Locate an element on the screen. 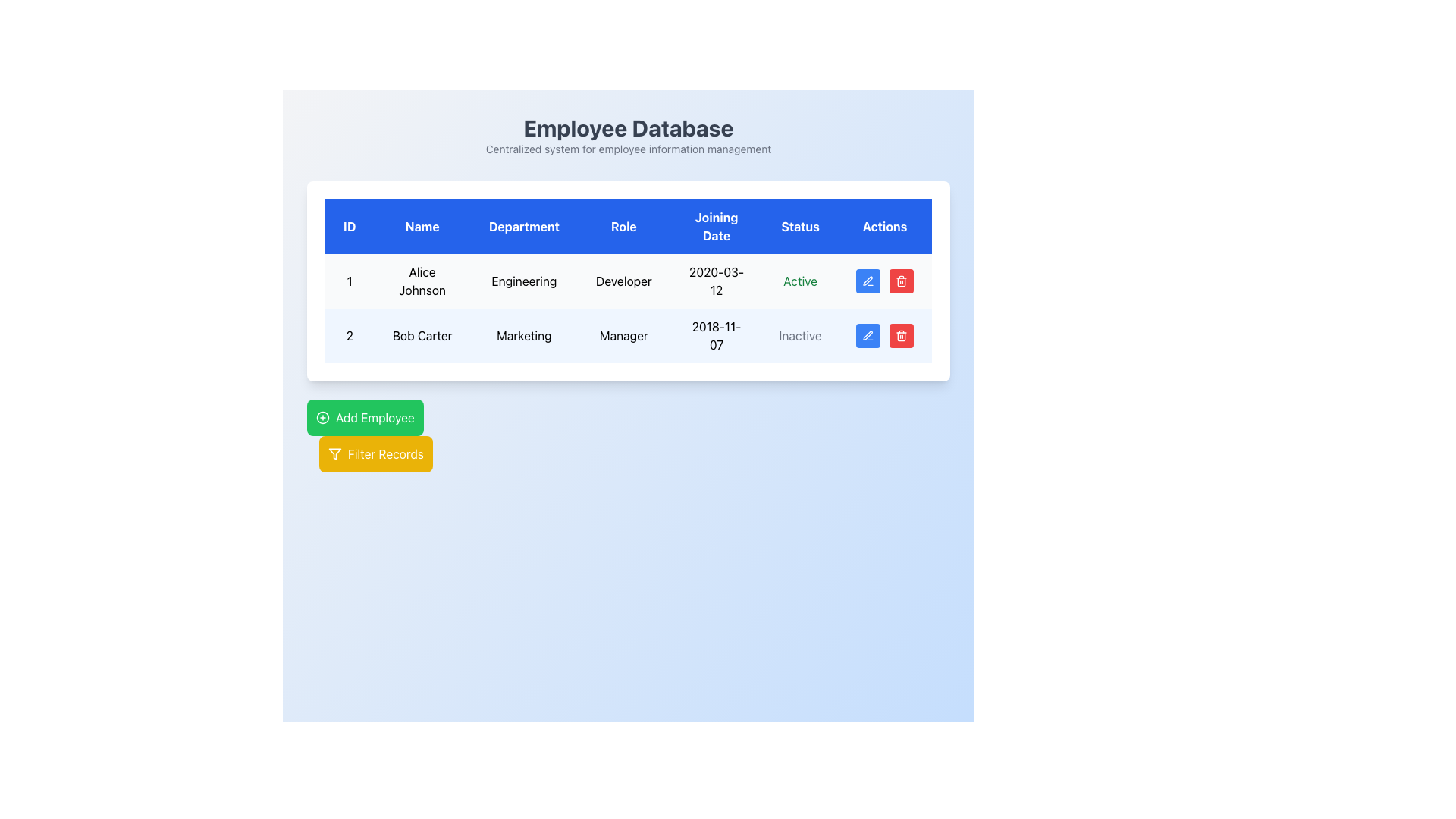  the pen icon in the 'Actions' column of the second row in the employee details table is located at coordinates (868, 335).